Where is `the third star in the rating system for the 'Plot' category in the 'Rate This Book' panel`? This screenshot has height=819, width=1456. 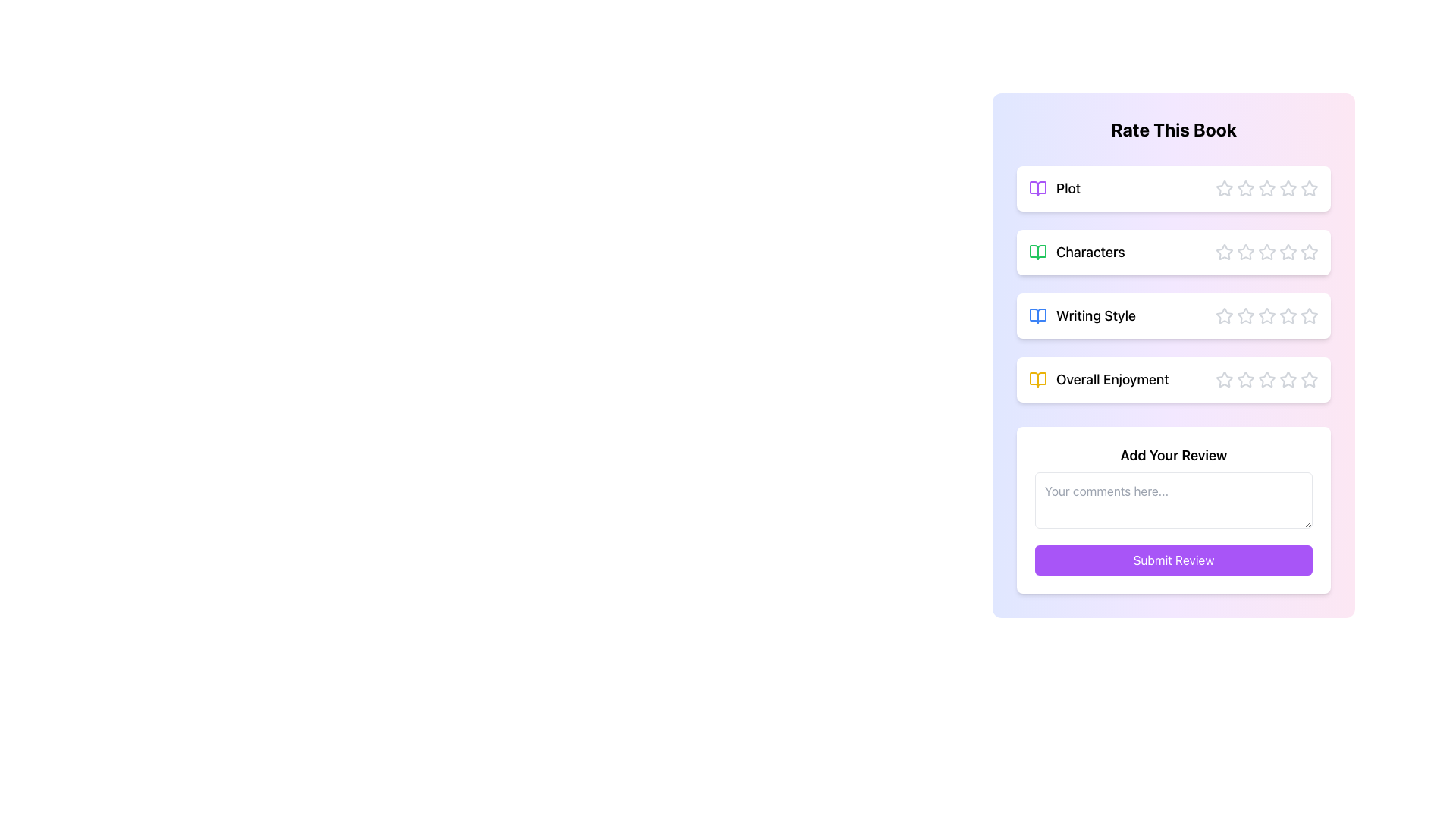
the third star in the rating system for the 'Plot' category in the 'Rate This Book' panel is located at coordinates (1266, 188).